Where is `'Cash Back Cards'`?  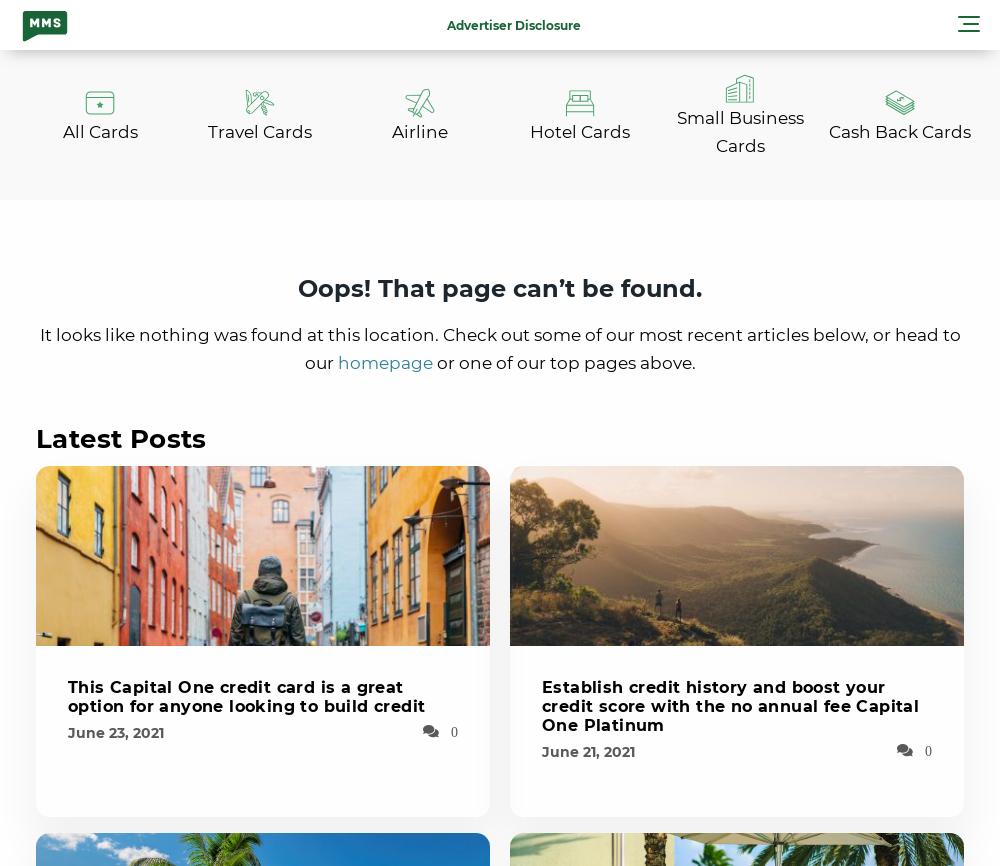 'Cash Back Cards' is located at coordinates (900, 131).